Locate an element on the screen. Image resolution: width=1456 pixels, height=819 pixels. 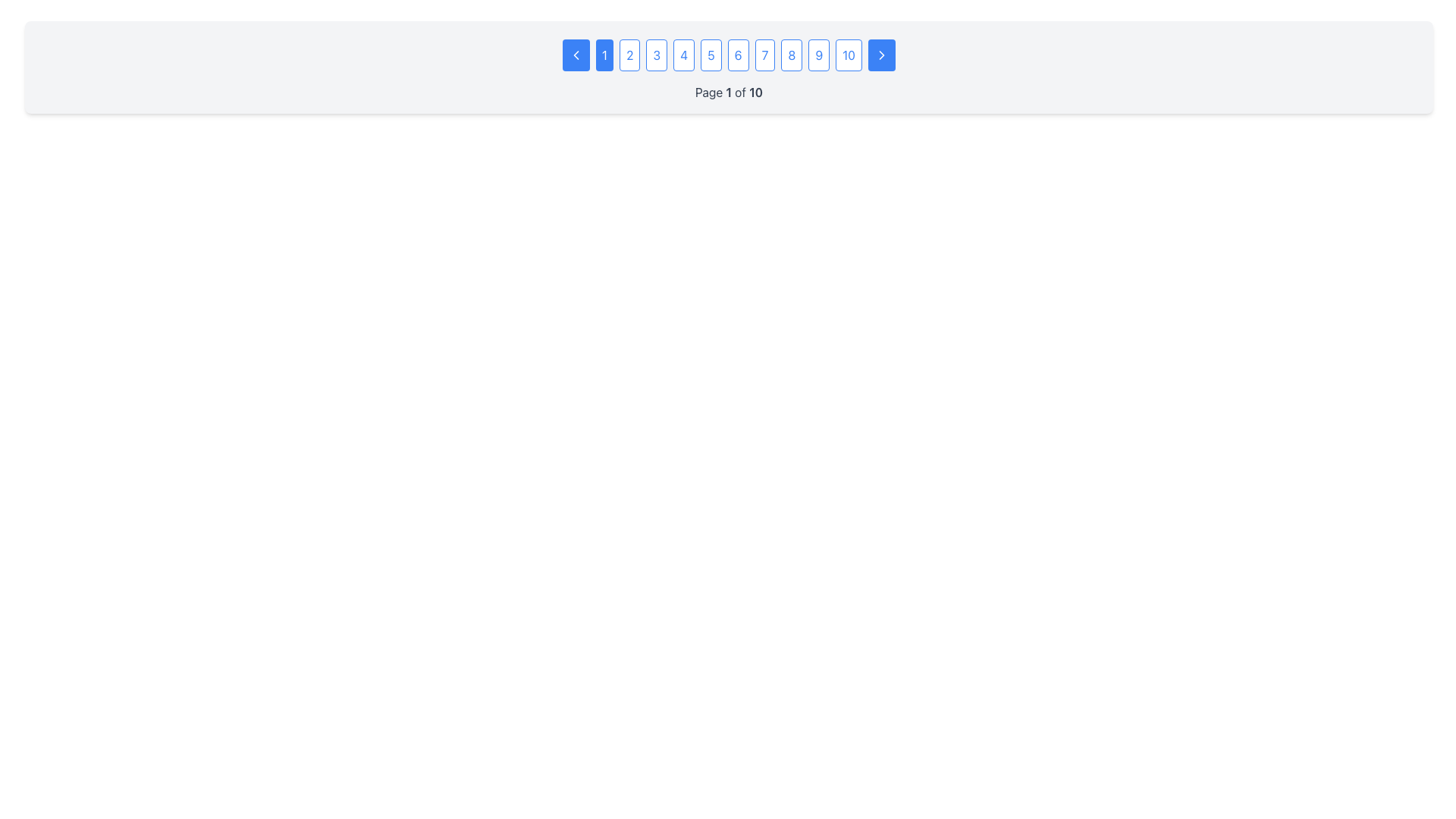
the rectangular button displaying the number '7' is located at coordinates (764, 55).